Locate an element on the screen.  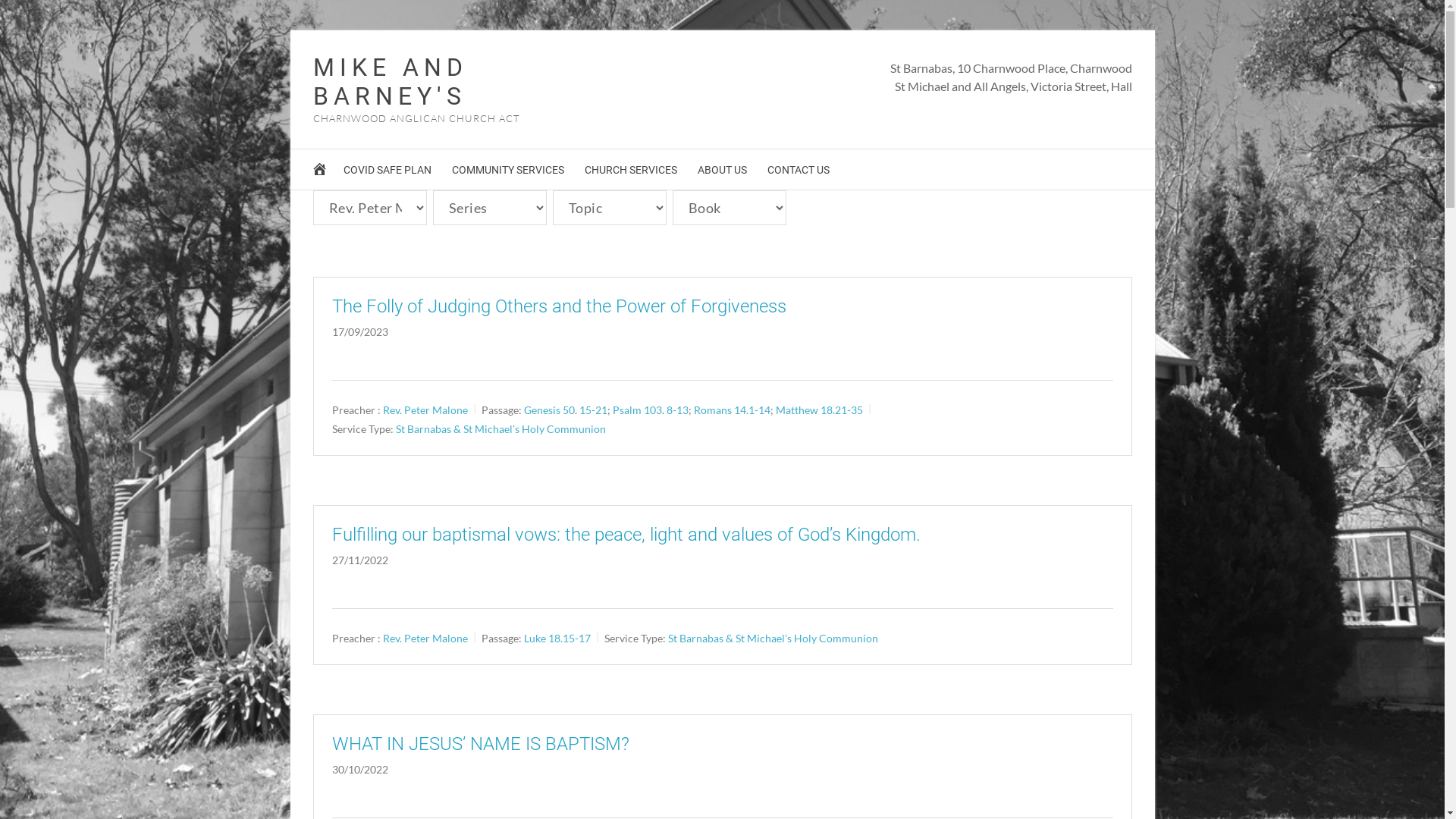
'Luke 18.15-17' is located at coordinates (556, 638).